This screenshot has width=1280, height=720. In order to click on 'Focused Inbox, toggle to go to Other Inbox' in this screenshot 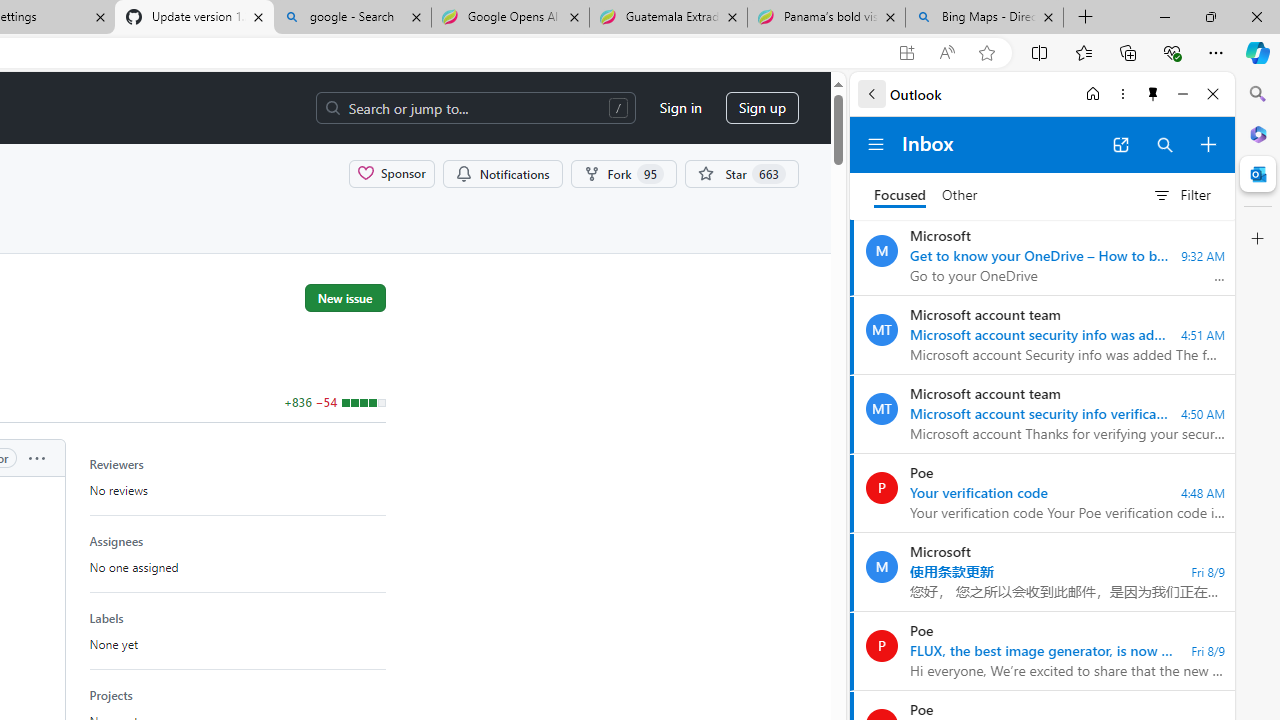, I will do `click(925, 195)`.